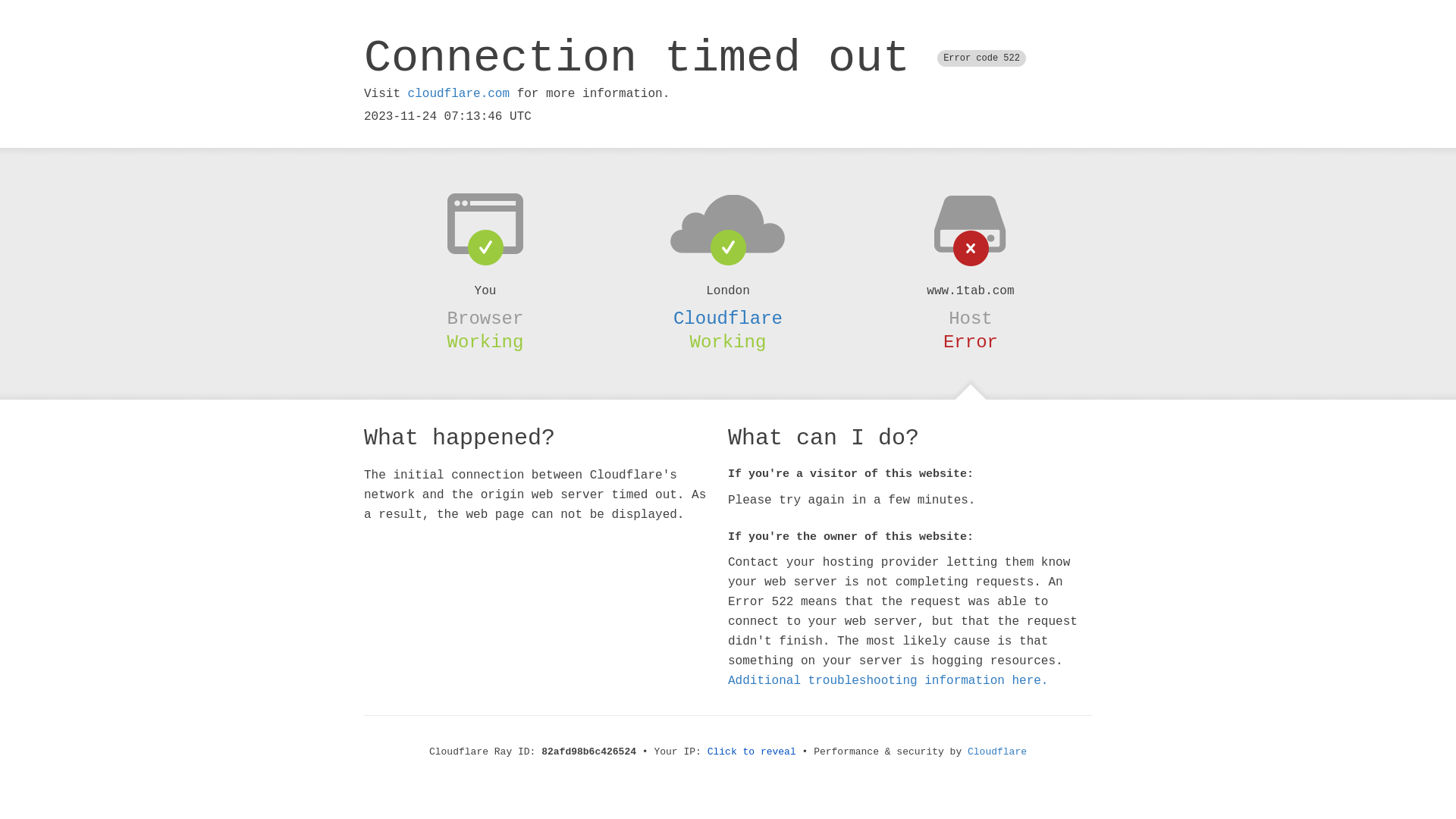 The image size is (1456, 819). What do you see at coordinates (728, 318) in the screenshot?
I see `'Cloudflare'` at bounding box center [728, 318].